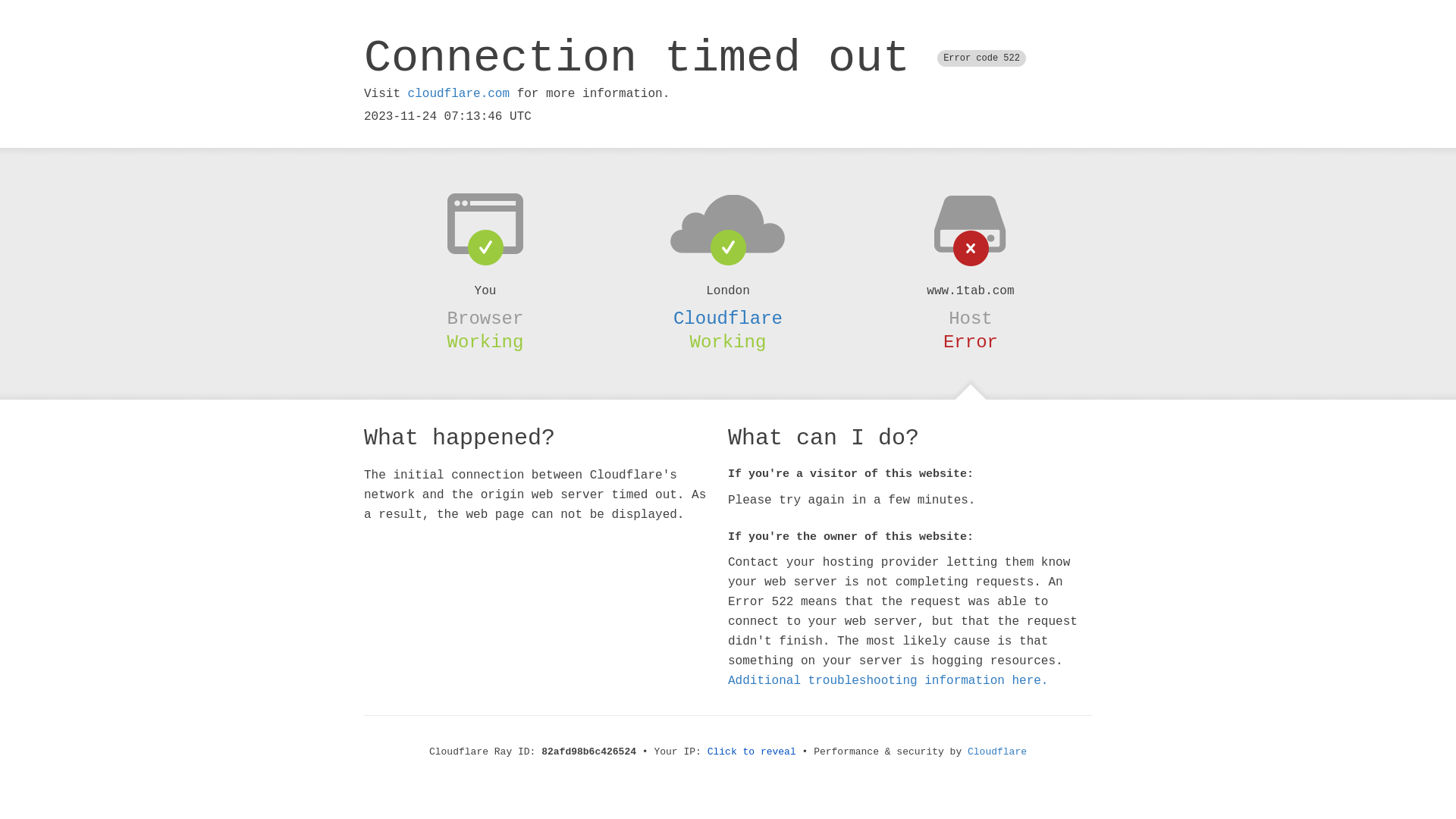 The image size is (1456, 819). What do you see at coordinates (728, 318) in the screenshot?
I see `'Cloudflare'` at bounding box center [728, 318].